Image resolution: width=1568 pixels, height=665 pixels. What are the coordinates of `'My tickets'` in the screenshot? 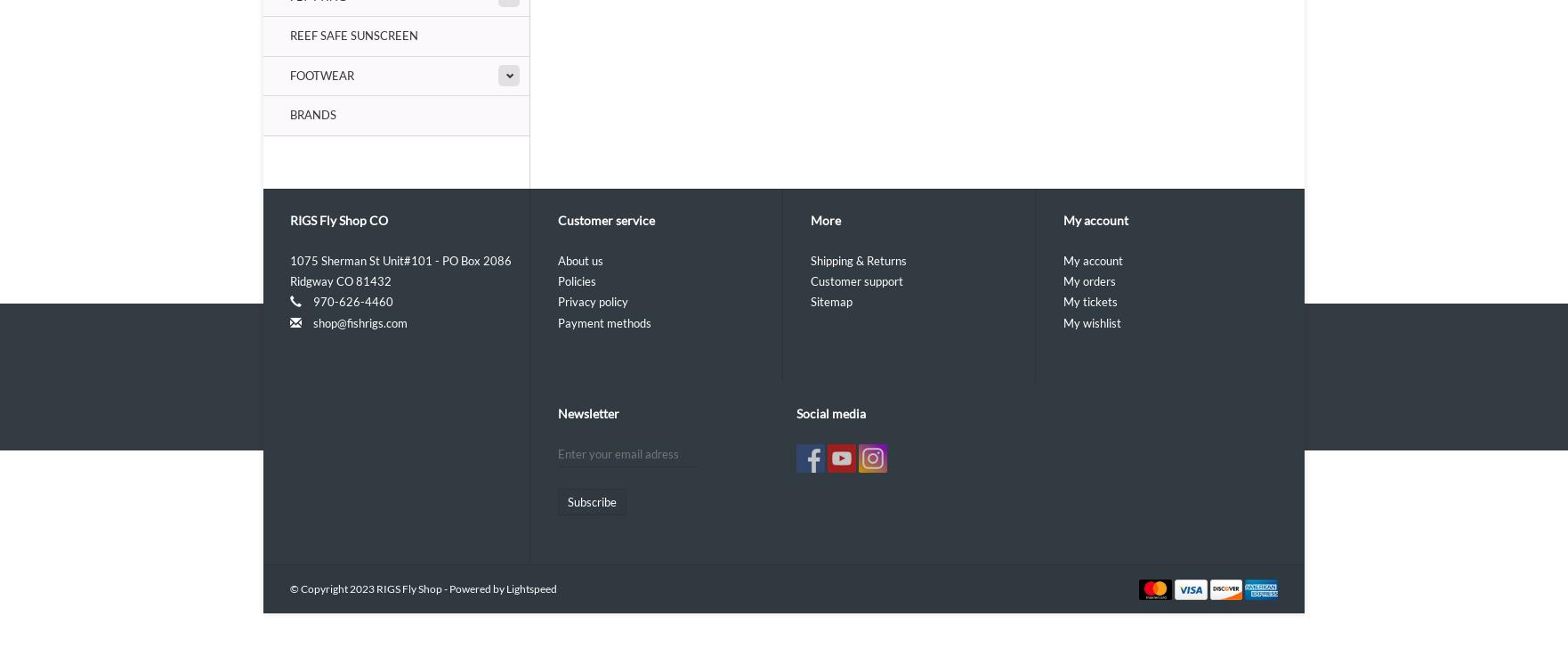 It's located at (1090, 301).